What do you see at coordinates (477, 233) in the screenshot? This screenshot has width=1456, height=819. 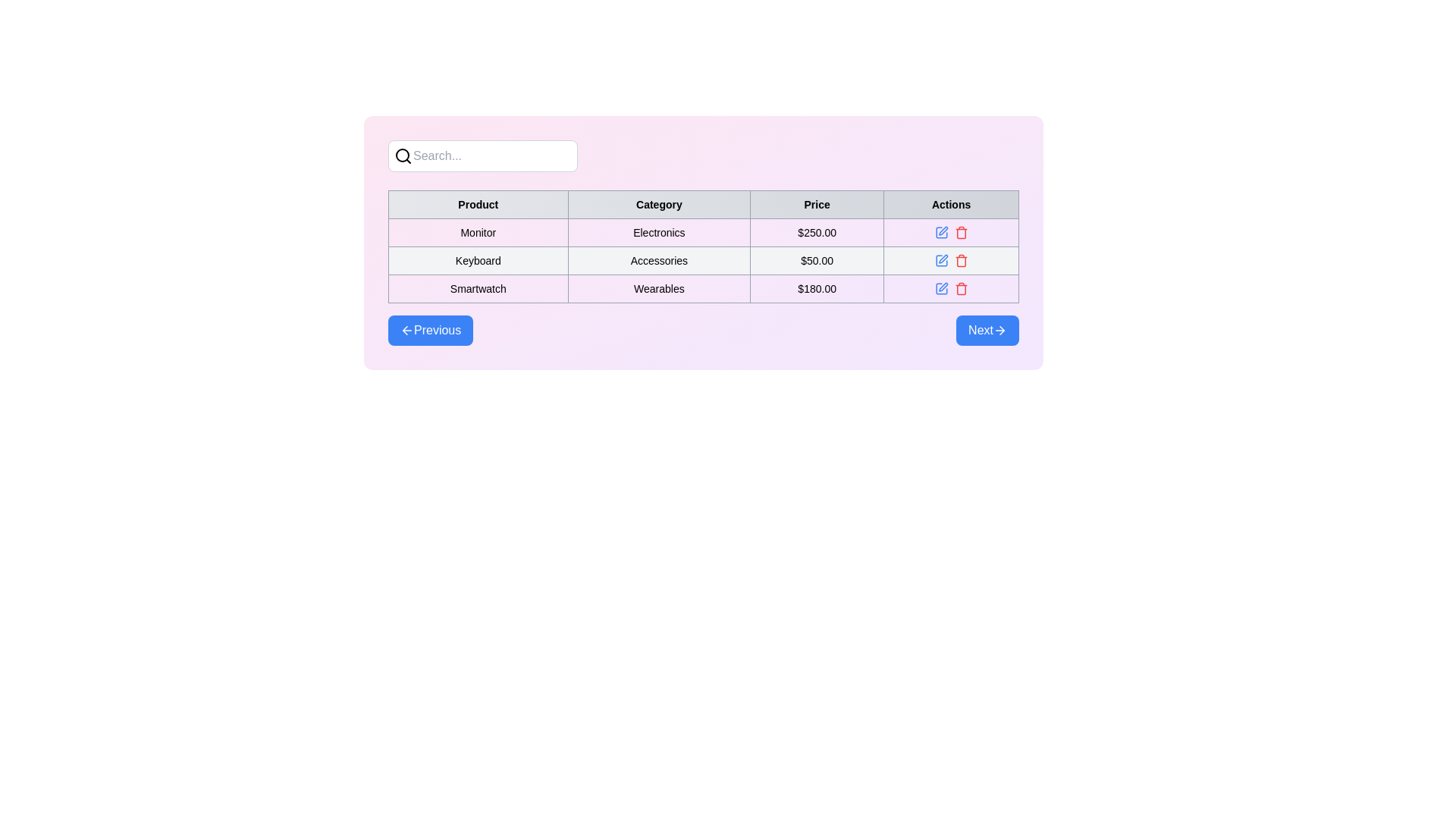 I see `the 'Monitor' label, which is the first column entry in a row of products, featuring a light gray background and black text` at bounding box center [477, 233].